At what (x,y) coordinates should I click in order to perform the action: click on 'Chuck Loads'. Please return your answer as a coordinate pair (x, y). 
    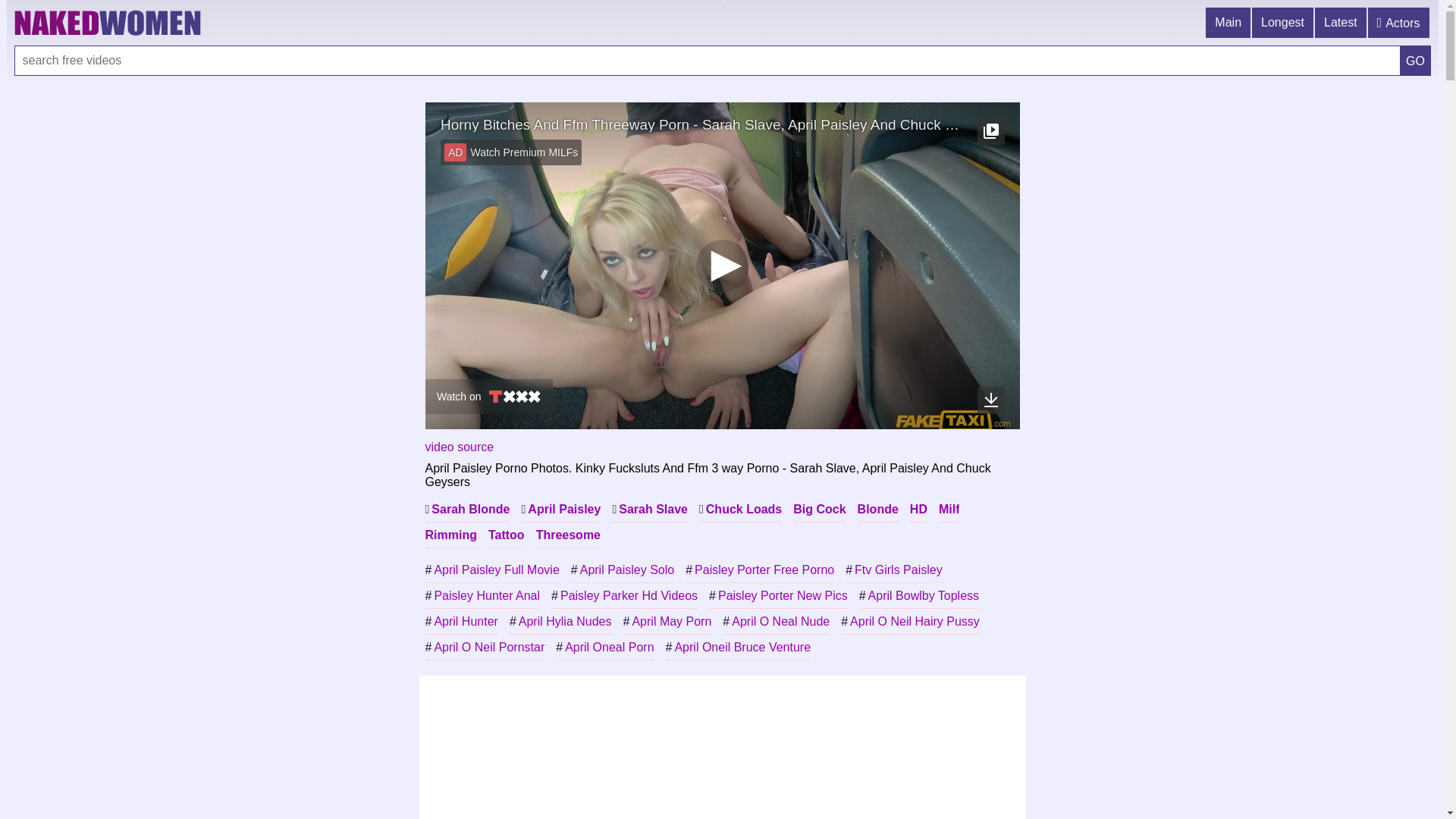
    Looking at the image, I should click on (740, 509).